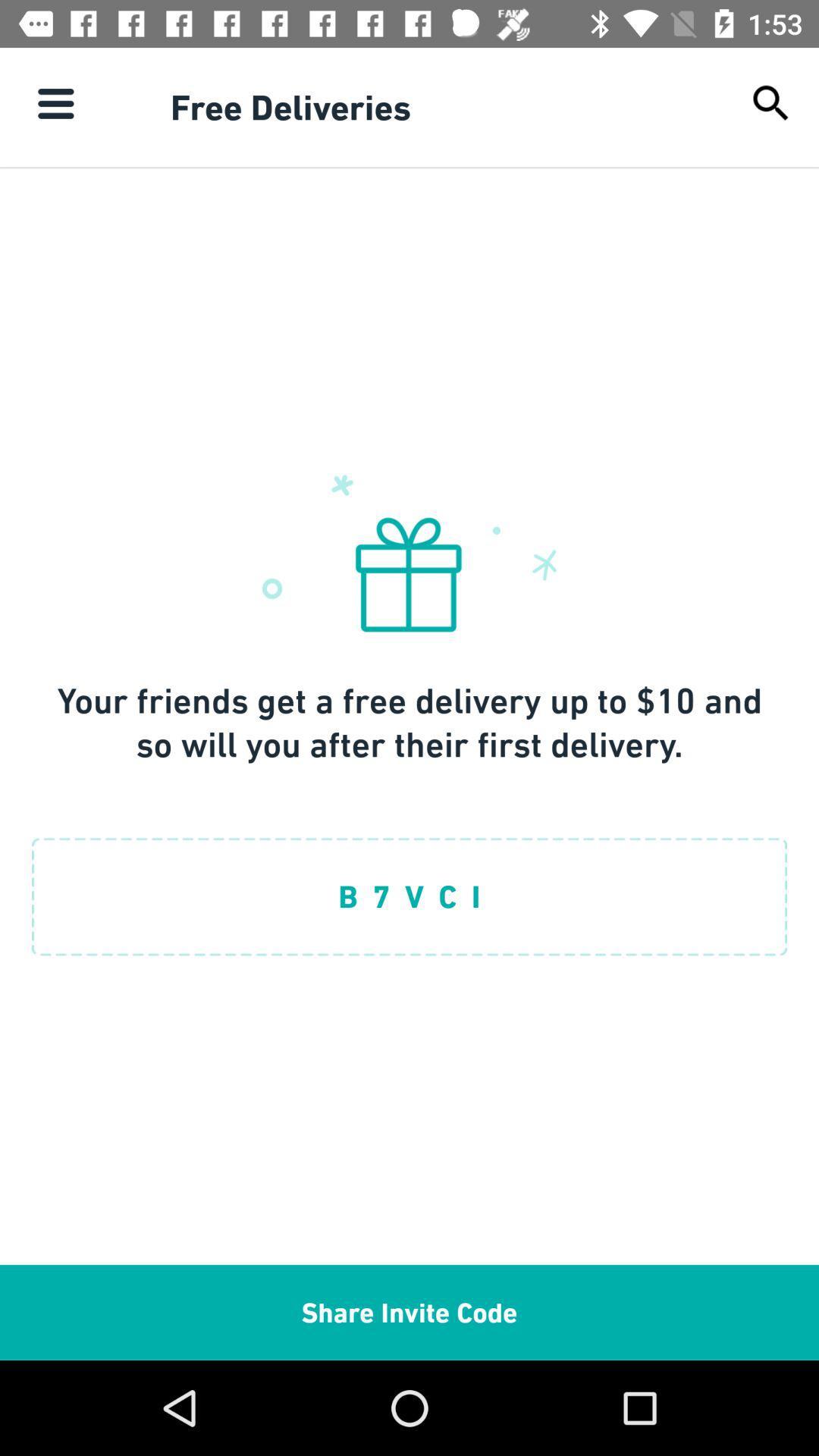 Image resolution: width=819 pixels, height=1456 pixels. Describe the element at coordinates (55, 102) in the screenshot. I see `the item next to the free deliveries icon` at that location.